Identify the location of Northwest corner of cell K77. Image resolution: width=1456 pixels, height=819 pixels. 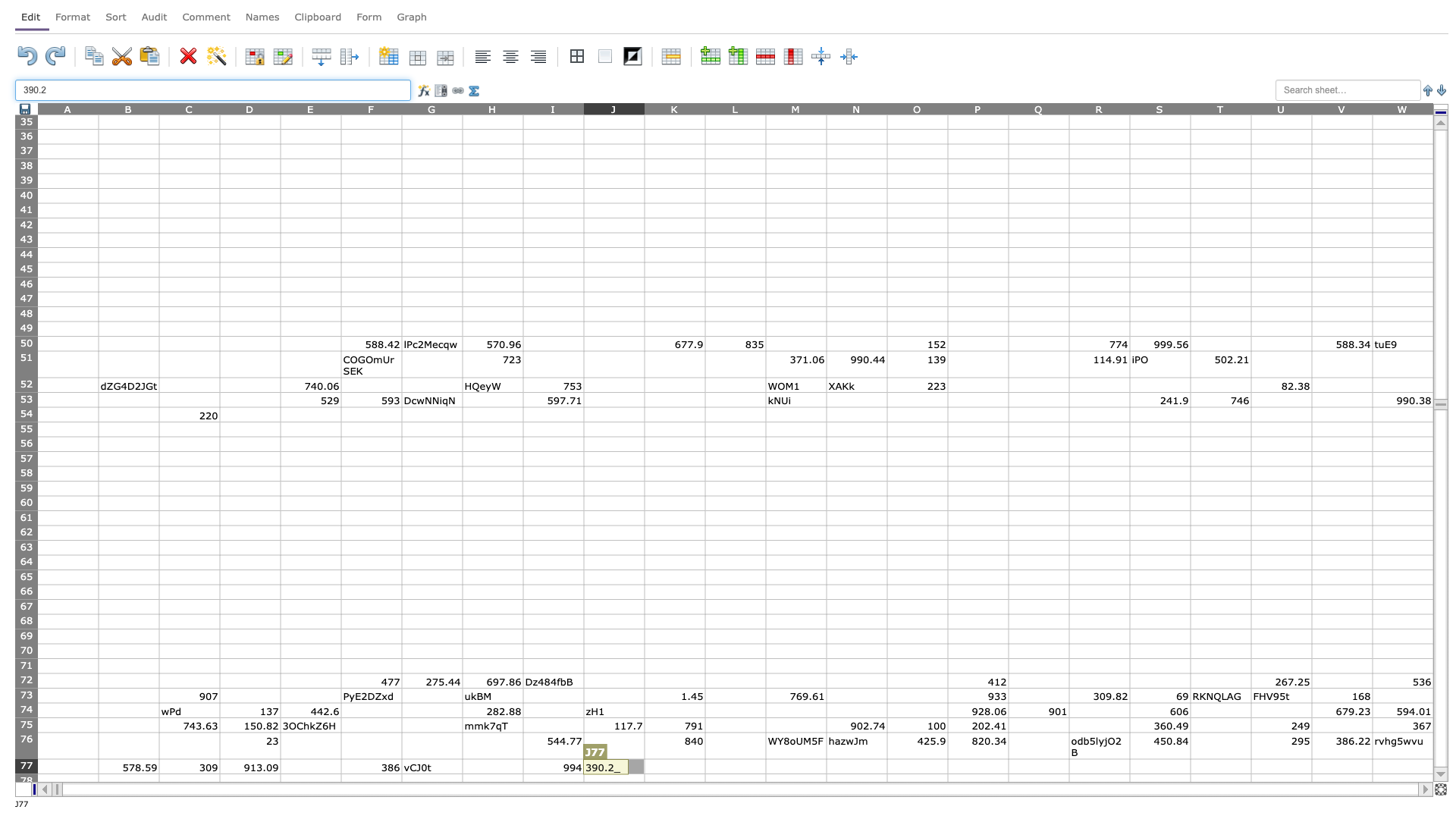
(644, 759).